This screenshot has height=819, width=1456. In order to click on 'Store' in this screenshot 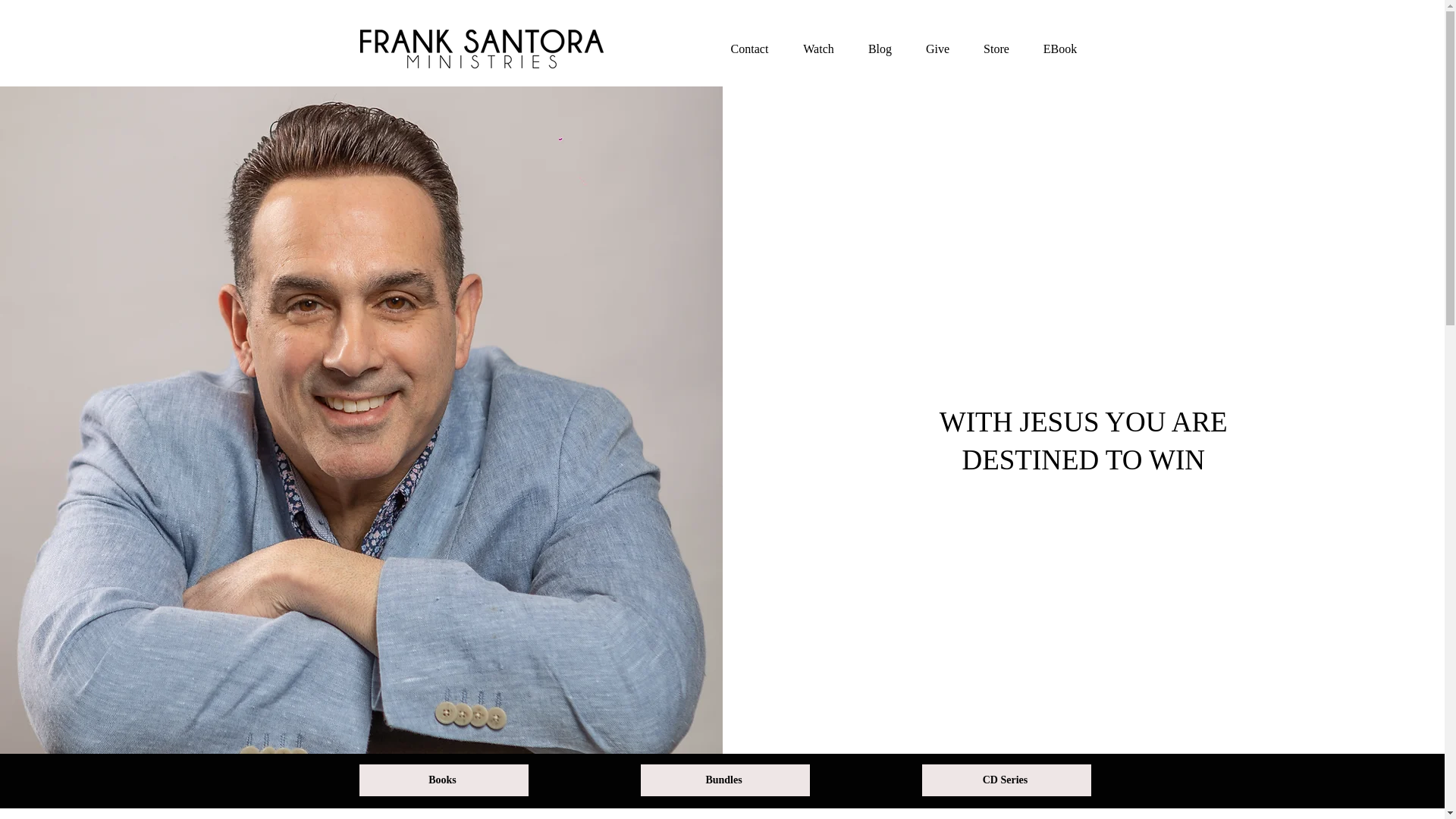, I will do `click(996, 49)`.